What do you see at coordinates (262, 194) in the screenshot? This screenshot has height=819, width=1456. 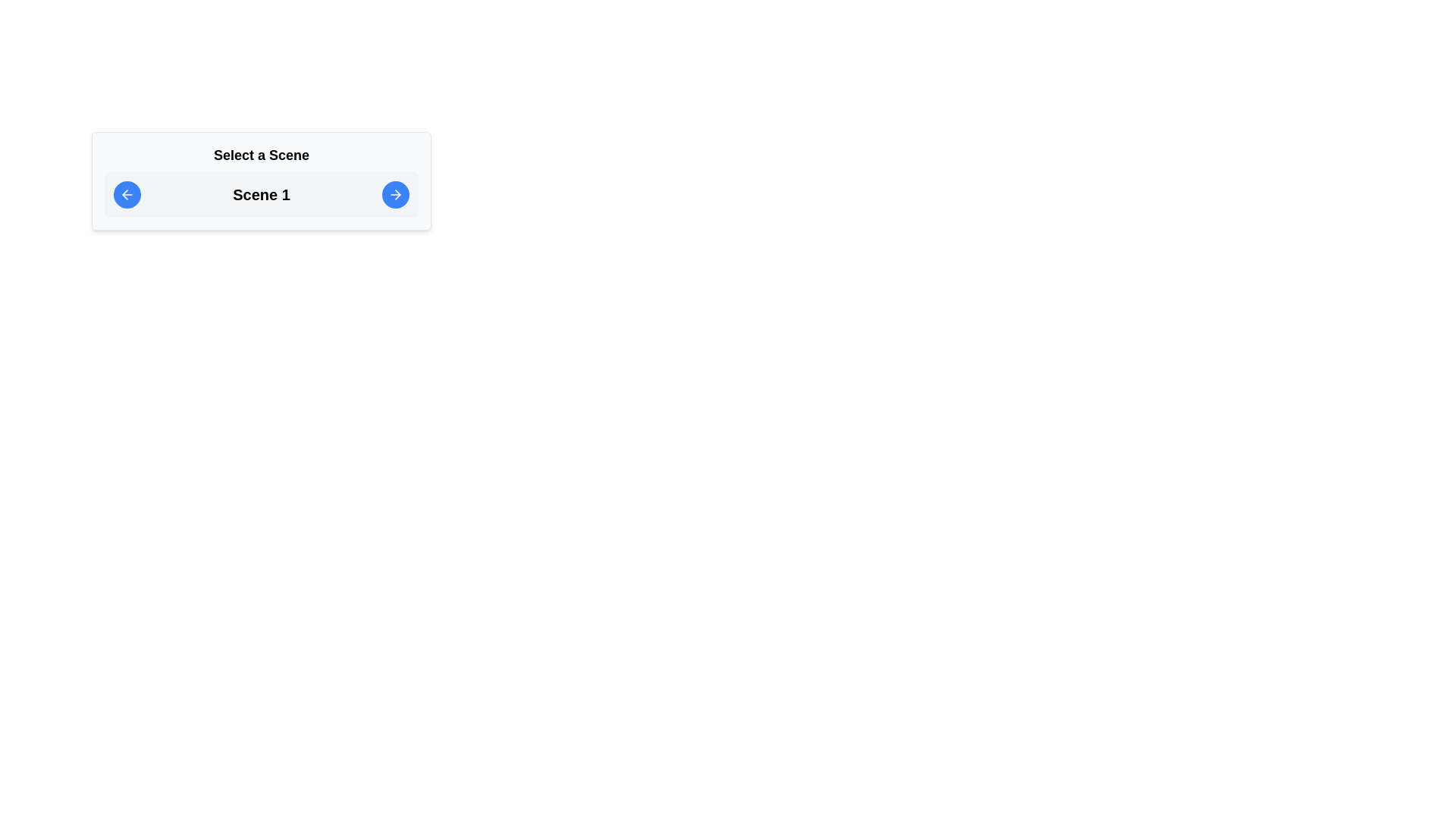 I see `the text label indicating 'Scene 1', which serves as the title or label for the current selection or state` at bounding box center [262, 194].